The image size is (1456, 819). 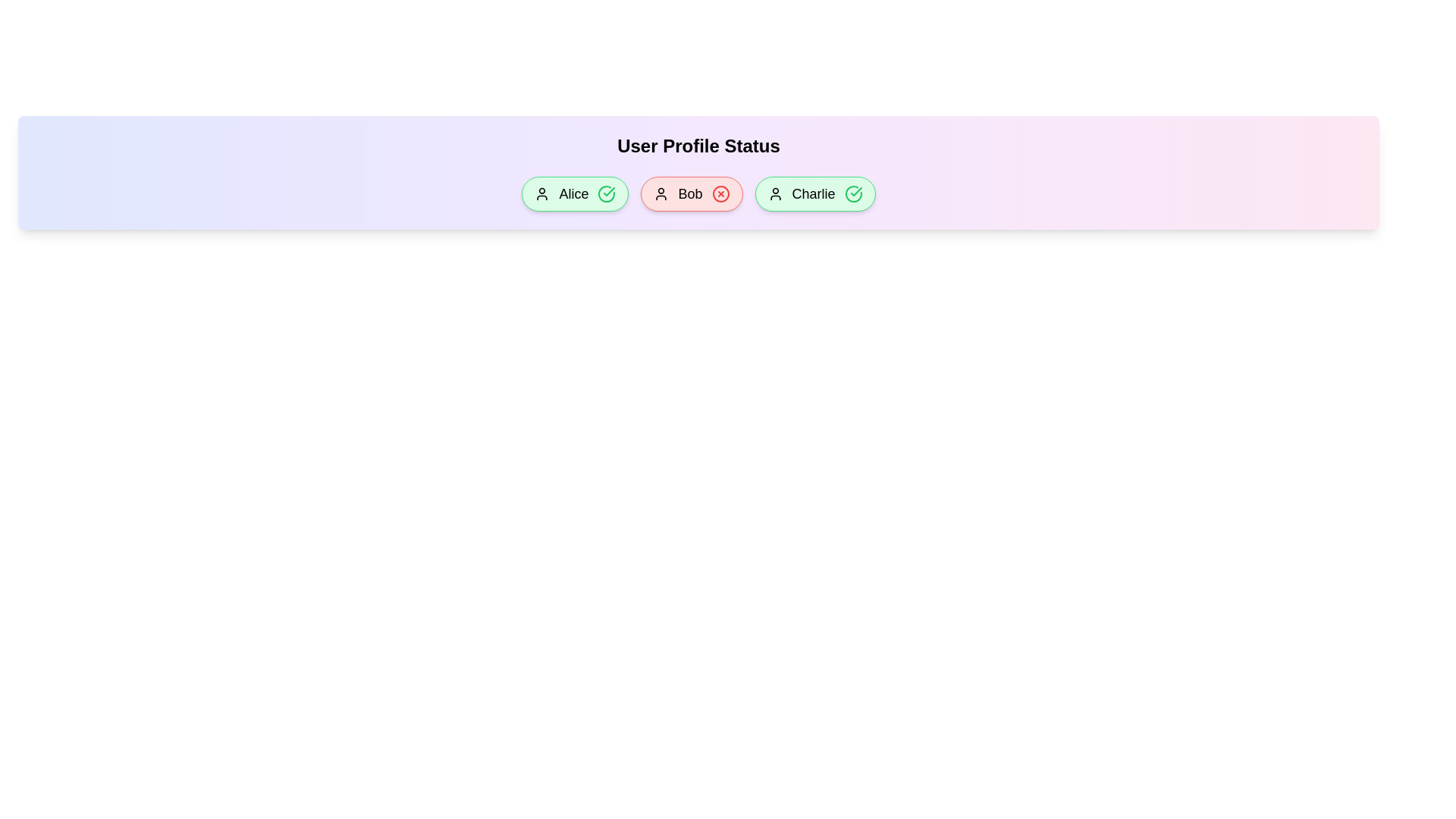 I want to click on the profile chip corresponding to Bob to toggle its active status, so click(x=691, y=193).